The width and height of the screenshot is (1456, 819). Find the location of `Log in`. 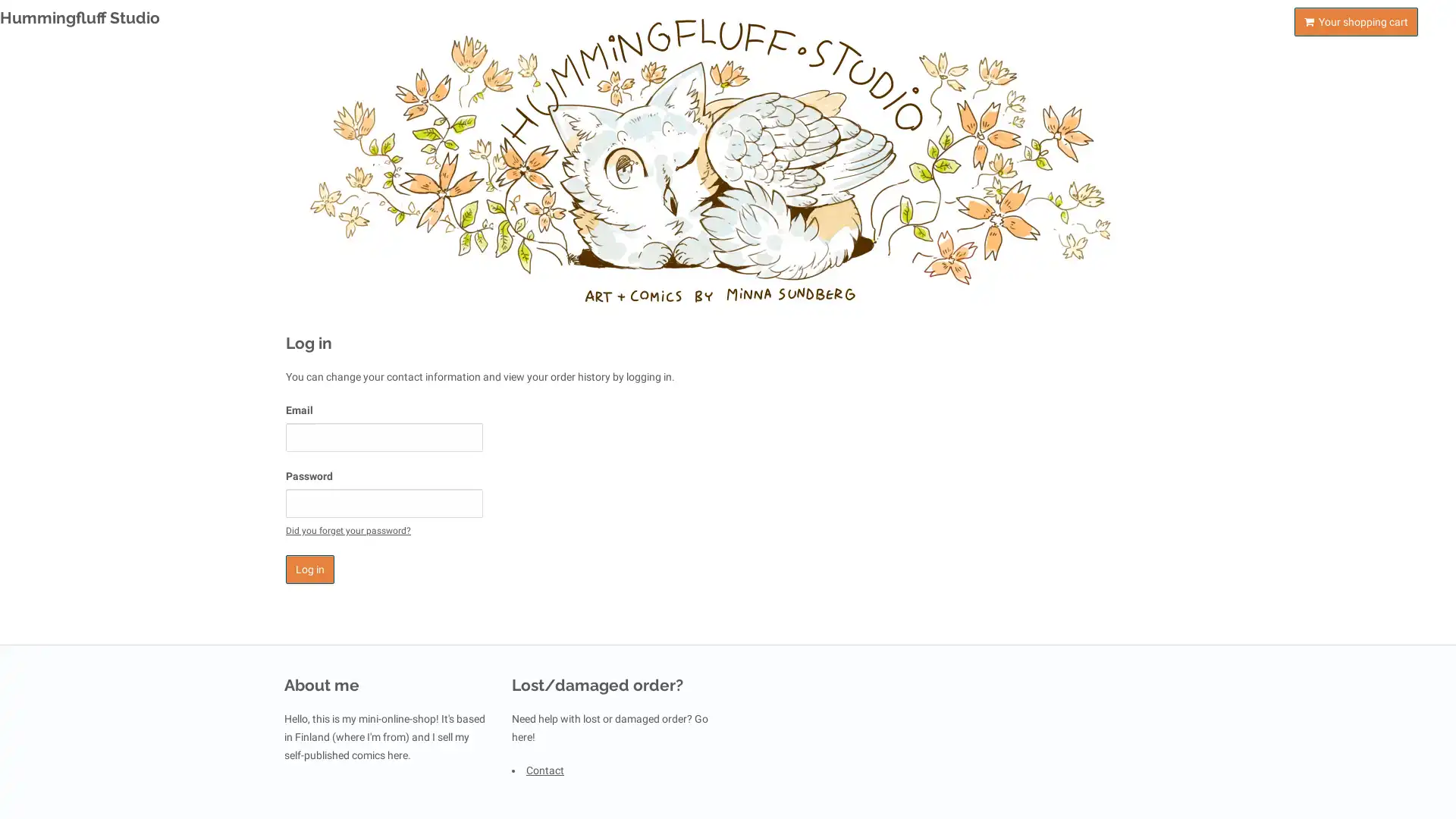

Log in is located at coordinates (309, 570).